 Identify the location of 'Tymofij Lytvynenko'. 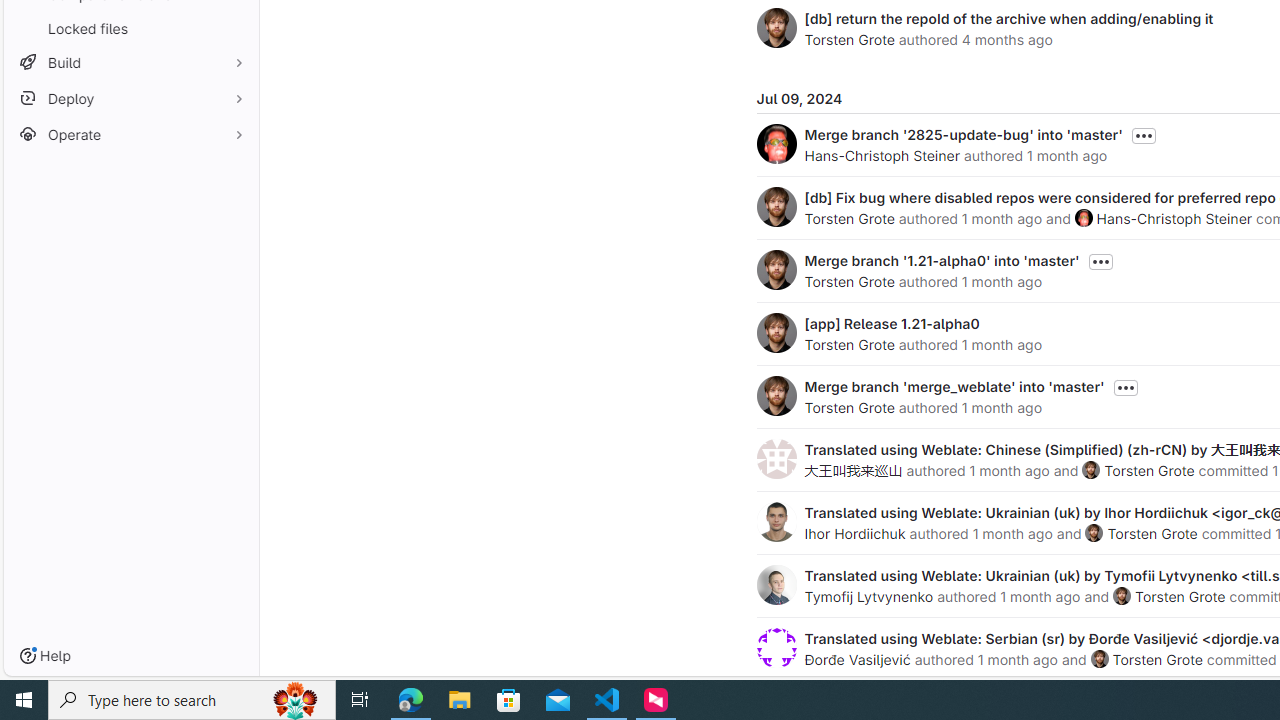
(869, 595).